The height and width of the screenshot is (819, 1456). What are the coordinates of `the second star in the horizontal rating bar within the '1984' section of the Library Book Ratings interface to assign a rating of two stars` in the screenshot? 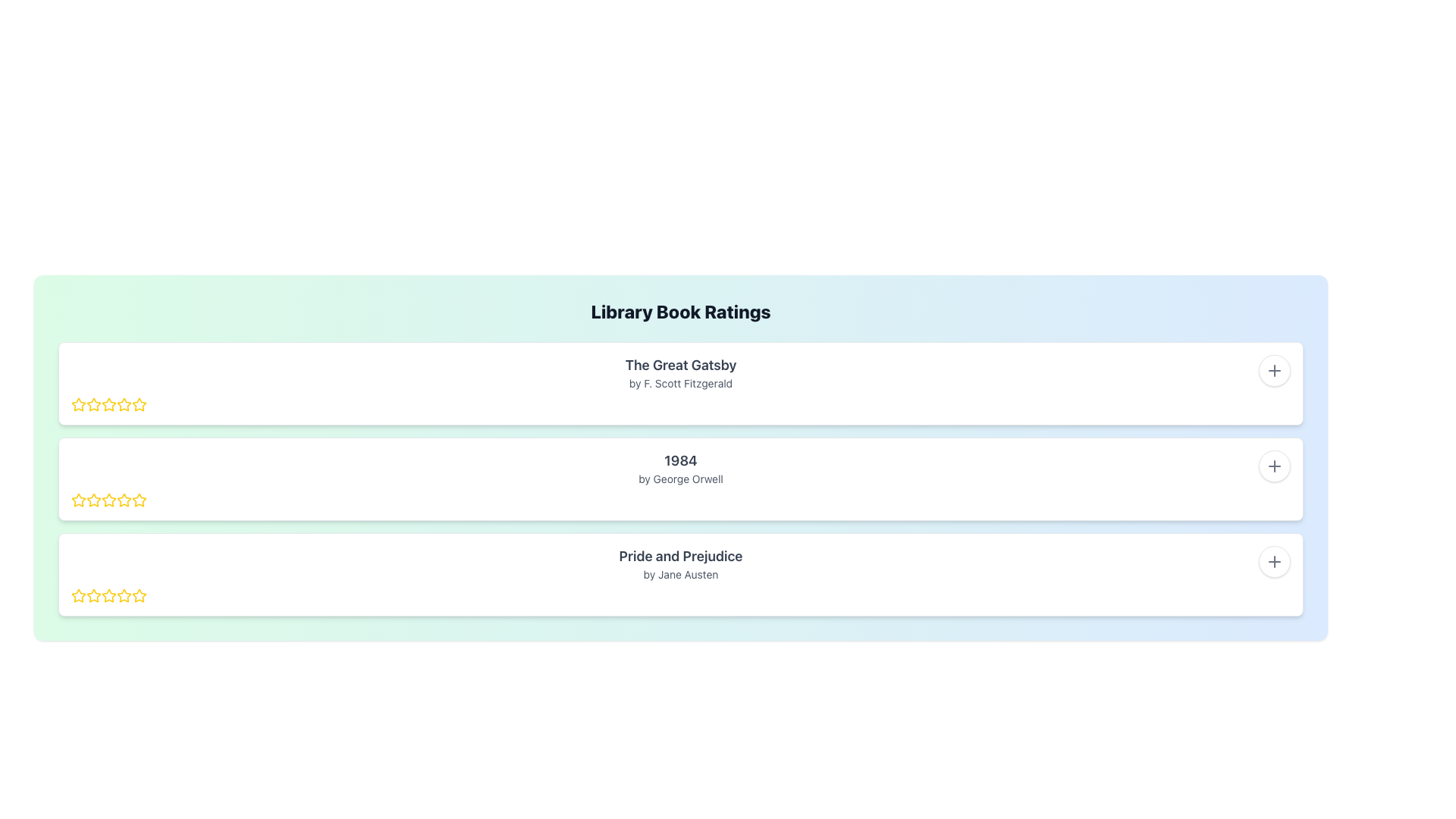 It's located at (124, 500).